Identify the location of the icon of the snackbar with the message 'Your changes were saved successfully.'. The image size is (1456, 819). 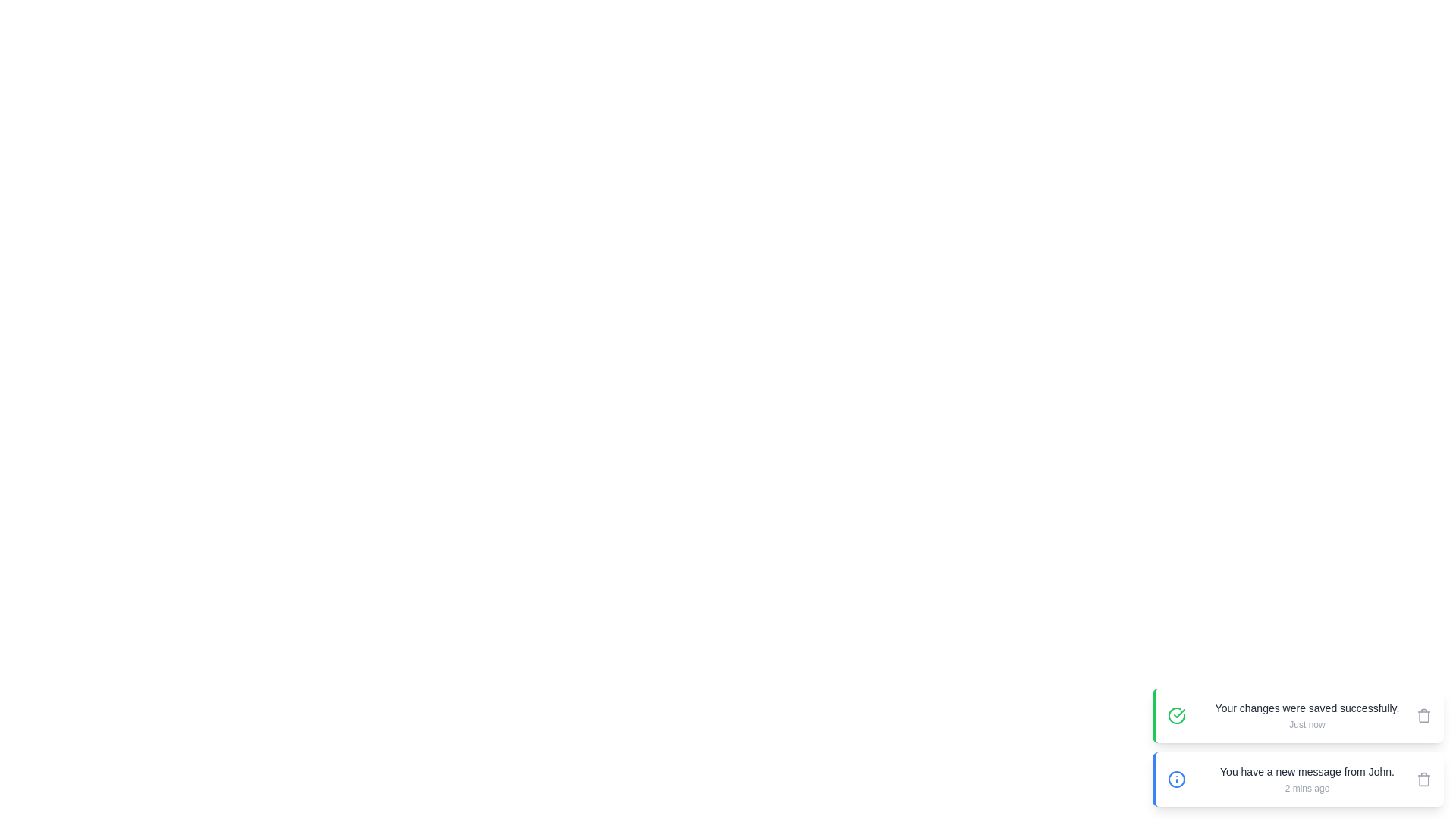
(1175, 716).